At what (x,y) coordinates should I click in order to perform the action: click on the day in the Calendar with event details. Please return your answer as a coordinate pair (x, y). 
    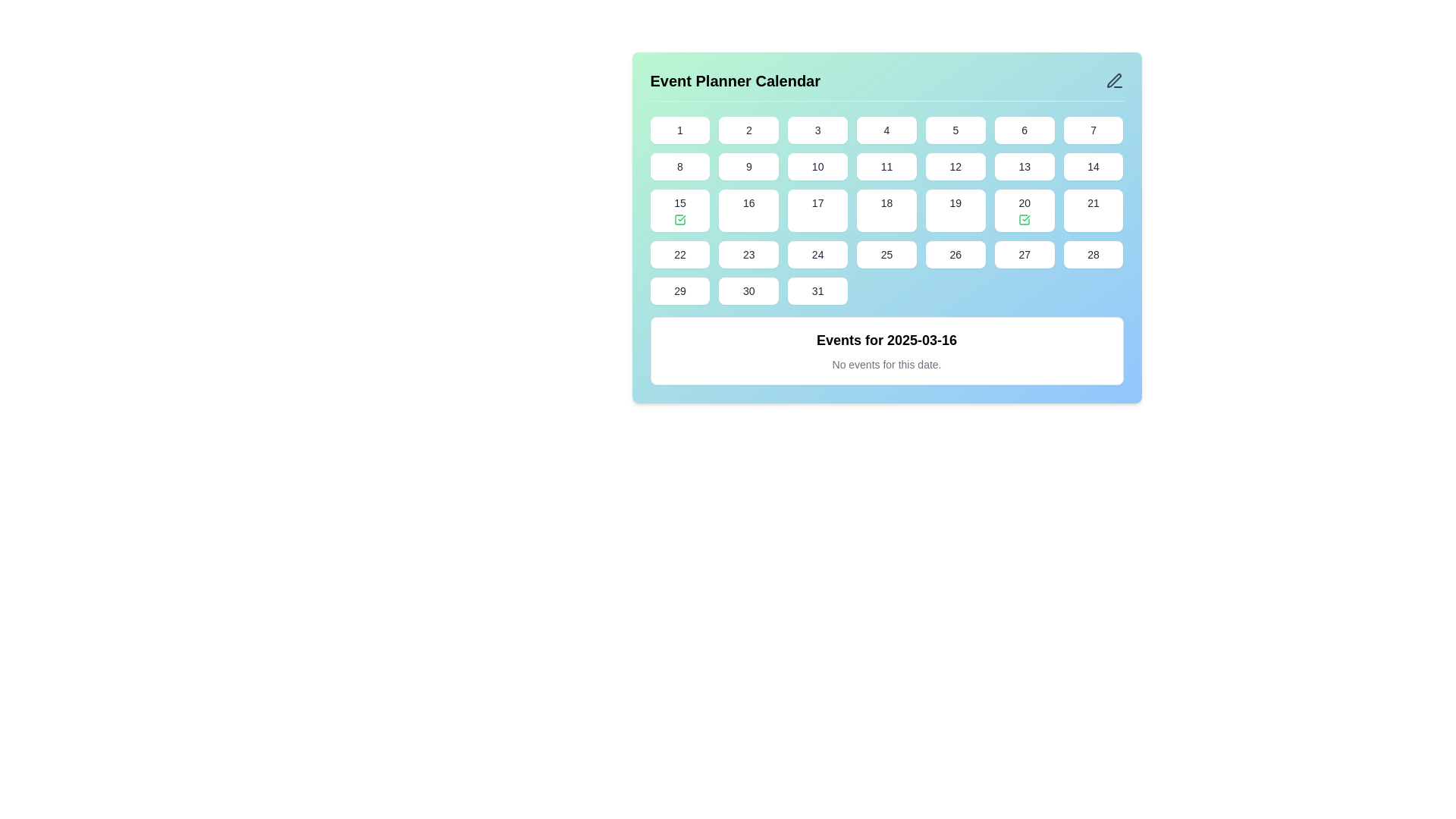
    Looking at the image, I should click on (886, 227).